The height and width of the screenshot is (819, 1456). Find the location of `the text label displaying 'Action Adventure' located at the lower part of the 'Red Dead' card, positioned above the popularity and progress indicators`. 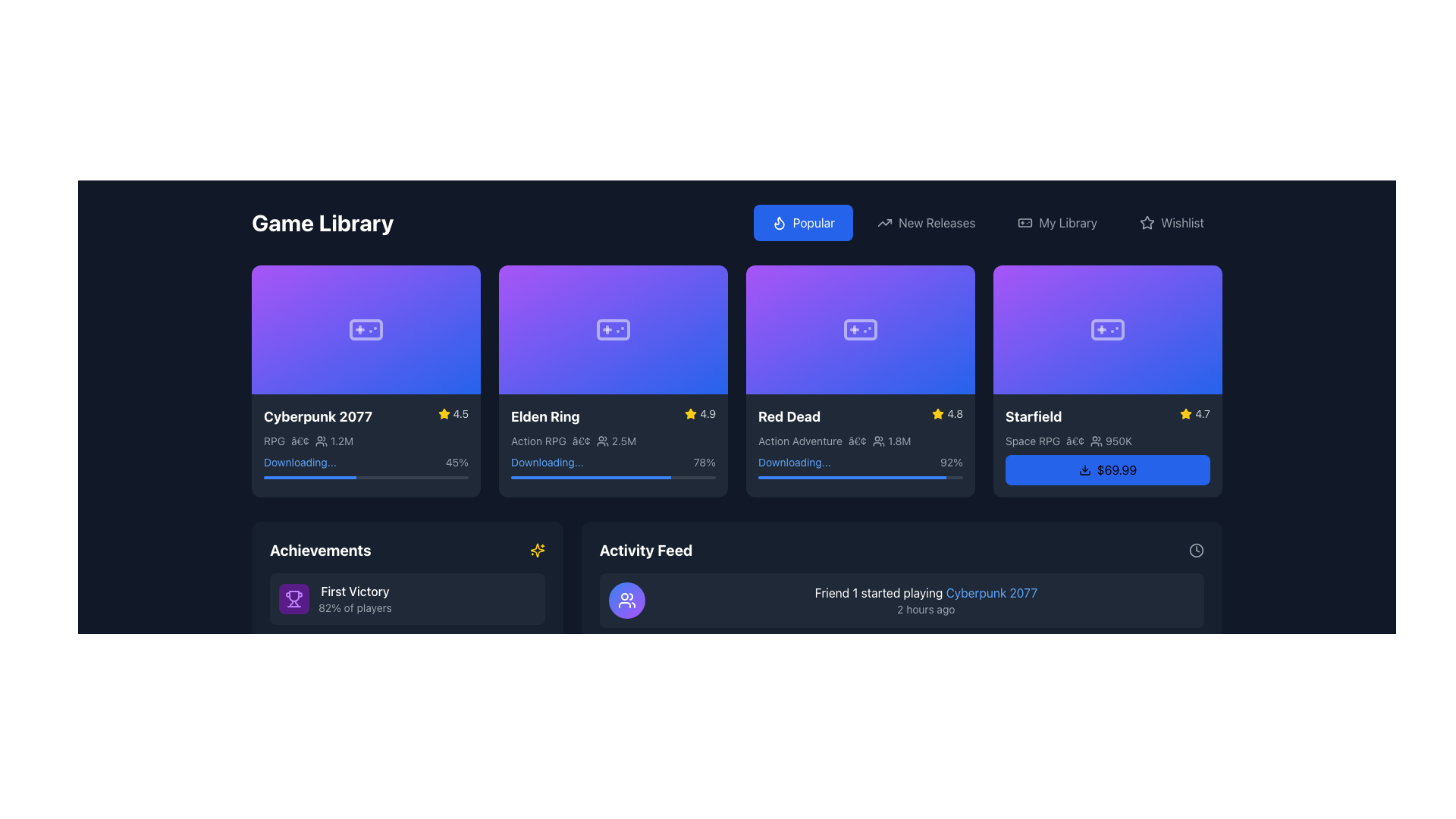

the text label displaying 'Action Adventure' located at the lower part of the 'Red Dead' card, positioned above the popularity and progress indicators is located at coordinates (799, 441).